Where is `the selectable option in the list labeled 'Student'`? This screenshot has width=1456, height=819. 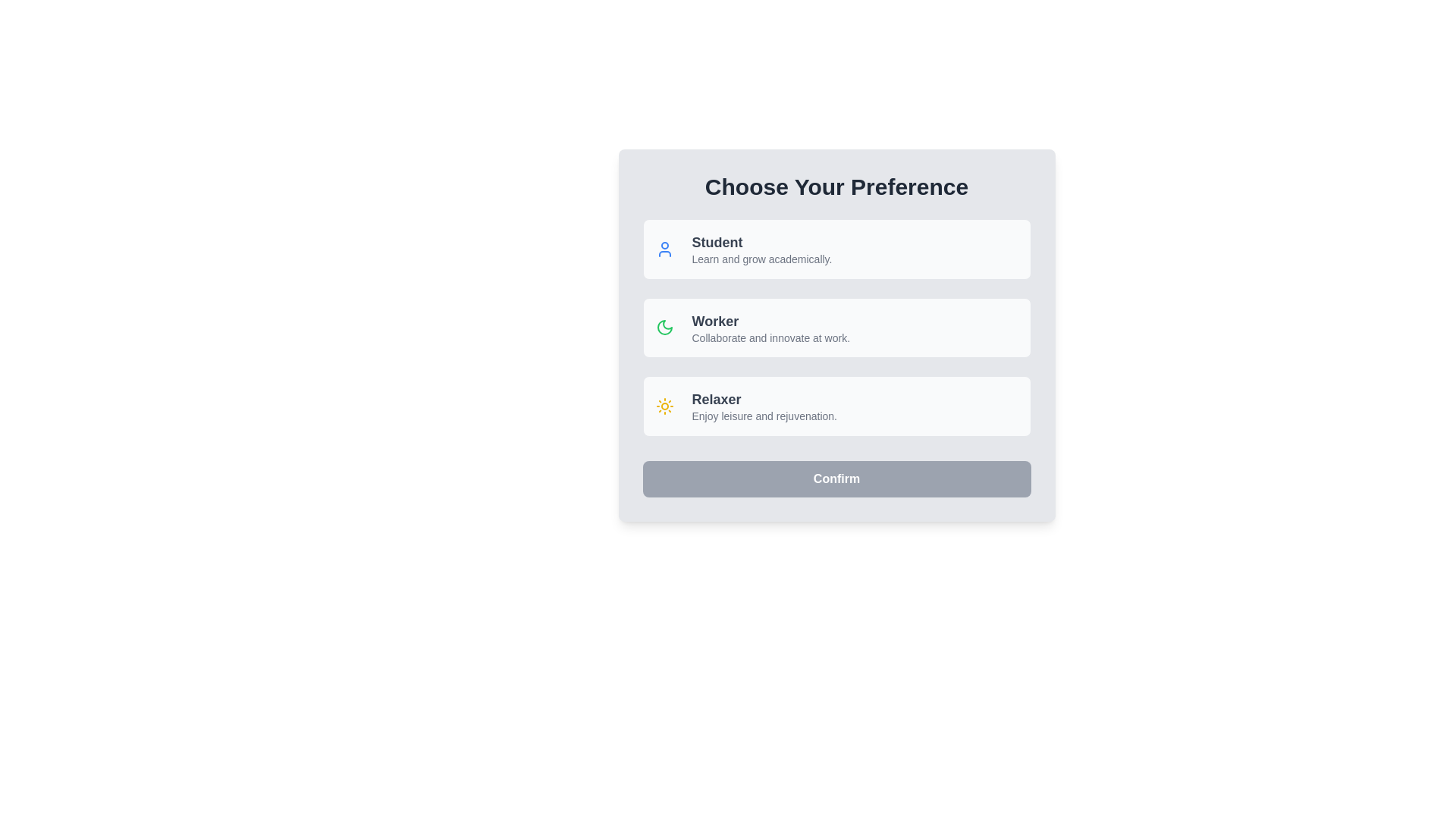
the selectable option in the list labeled 'Student' is located at coordinates (743, 248).